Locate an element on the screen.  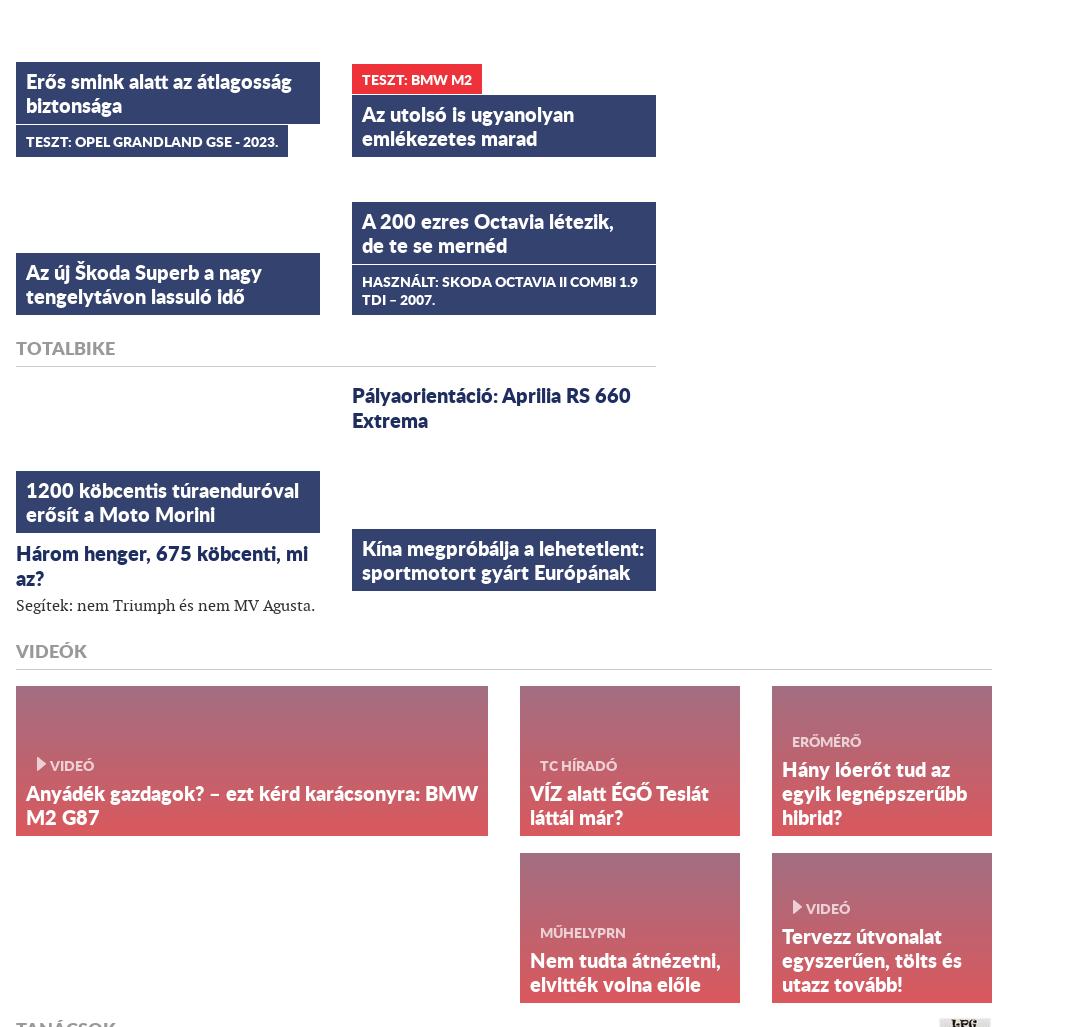
'Anyádék gazdagok? – ezt kérd karácsonyra: BMW M2 G87' is located at coordinates (250, 804).